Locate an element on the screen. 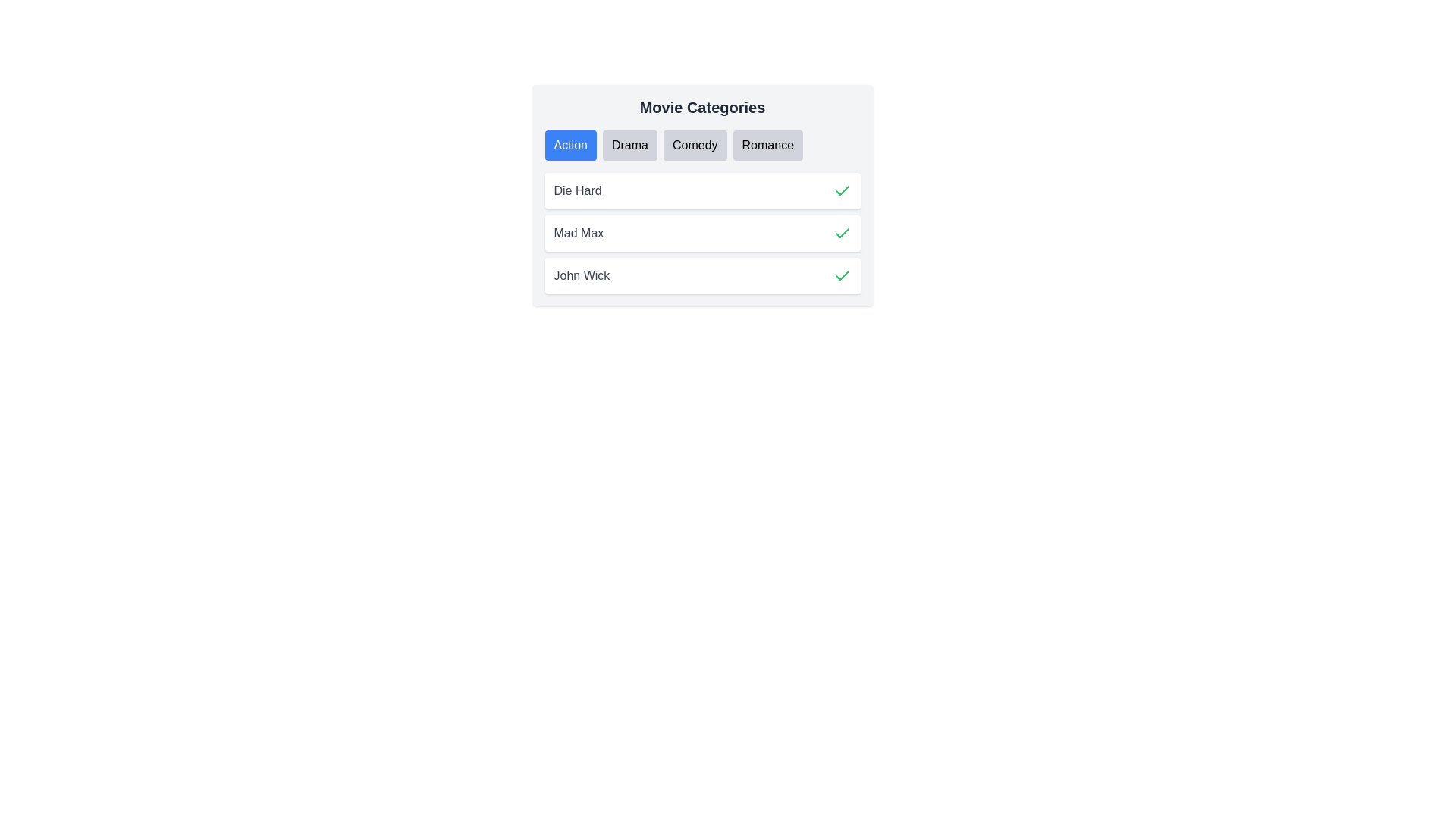 Image resolution: width=1456 pixels, height=819 pixels. the fourth button in the horizontal row of movie category buttons is located at coordinates (767, 146).